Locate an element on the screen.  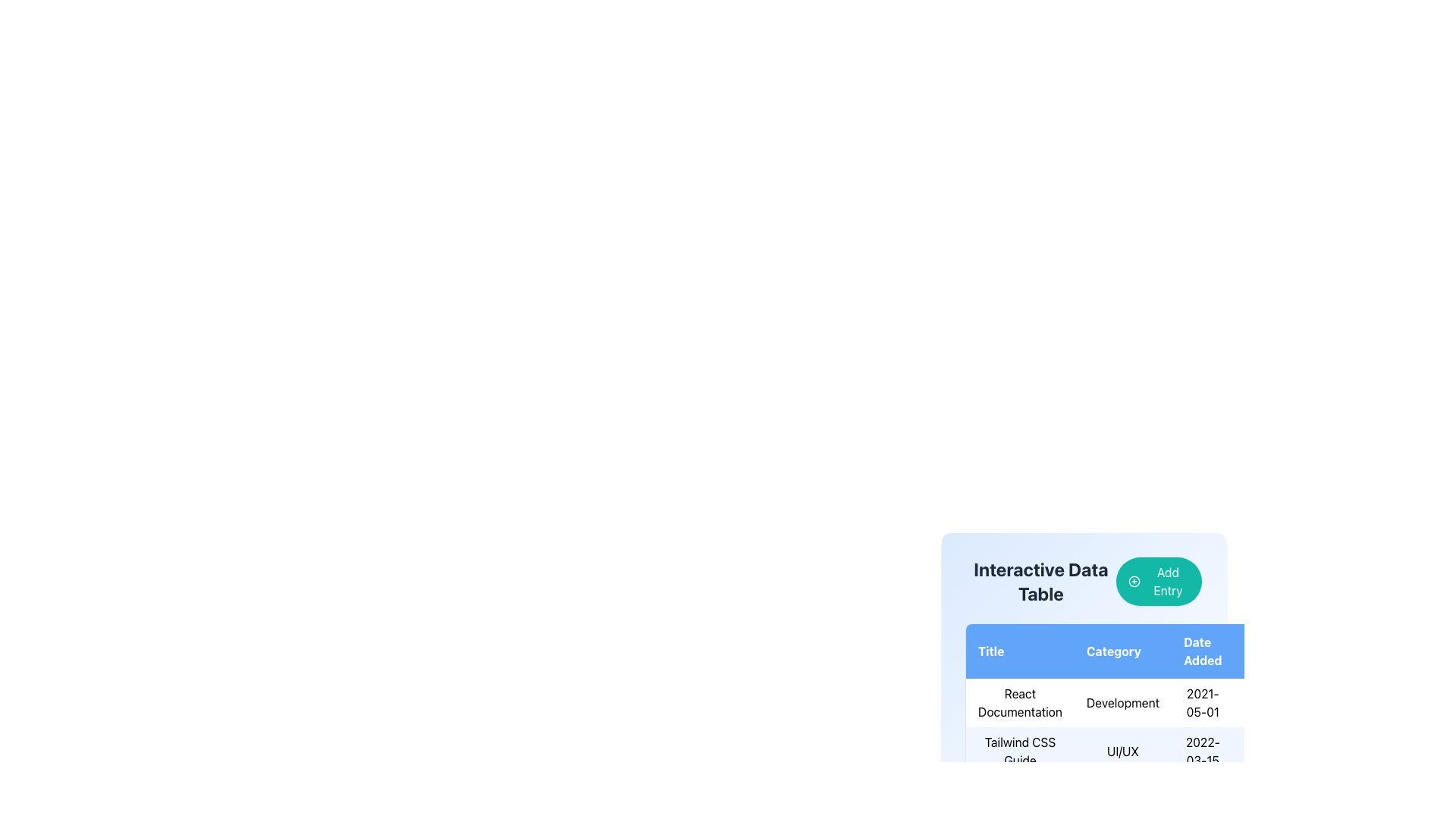
header text of the Table Header Row, which includes labels such as 'Title', 'Category', 'Date Added', and 'Actions'. This row is located directly below the section title 'Interactive Data Table' is located at coordinates (1134, 651).